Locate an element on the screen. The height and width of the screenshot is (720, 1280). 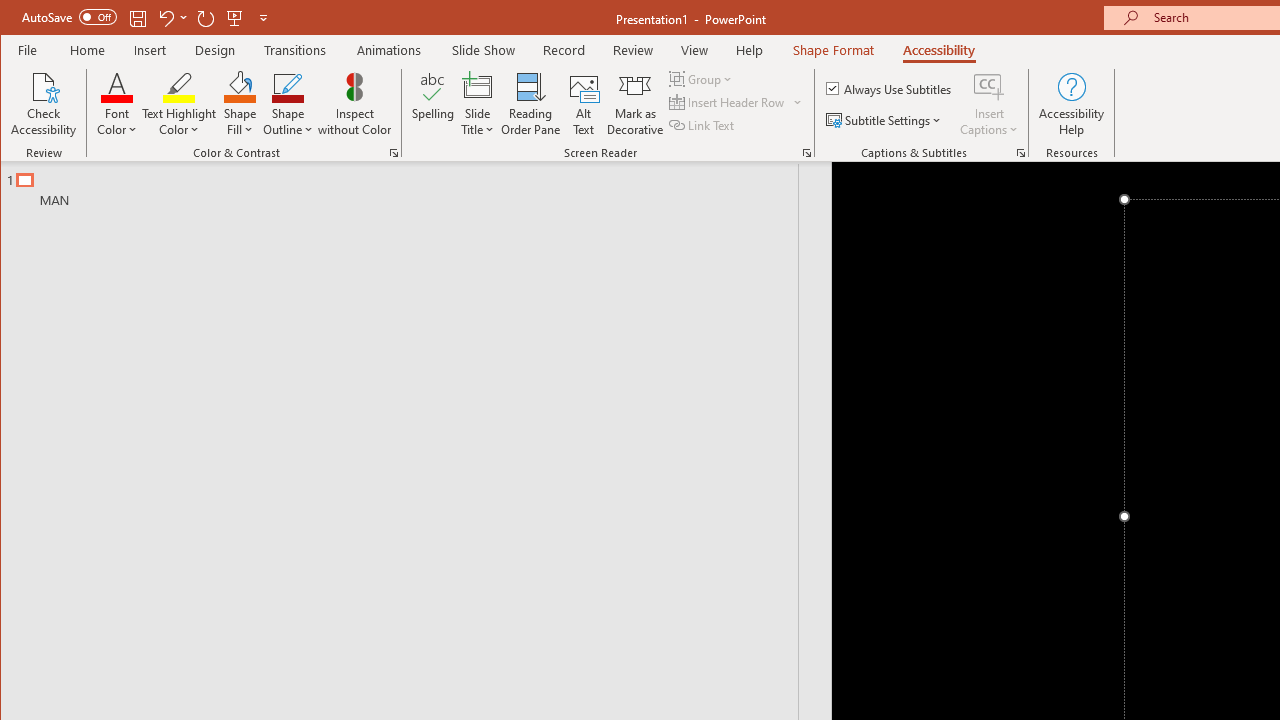
'Screen Reader' is located at coordinates (807, 152).